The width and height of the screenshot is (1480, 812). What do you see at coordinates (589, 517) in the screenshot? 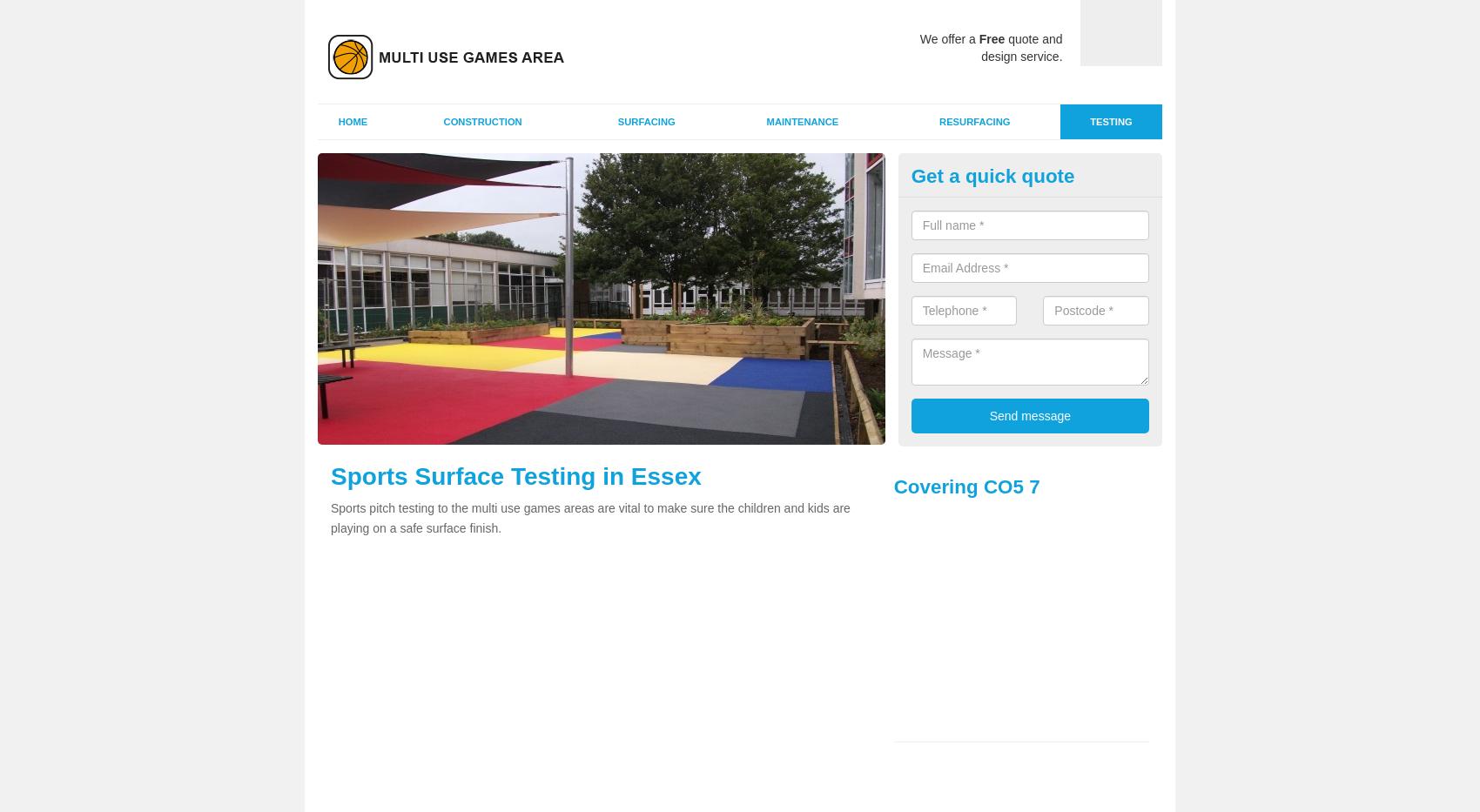
I see `'Sports pitch testing to the multi use games areas are vital to make sure the children and kids are playing on a safe surface finish.'` at bounding box center [589, 517].